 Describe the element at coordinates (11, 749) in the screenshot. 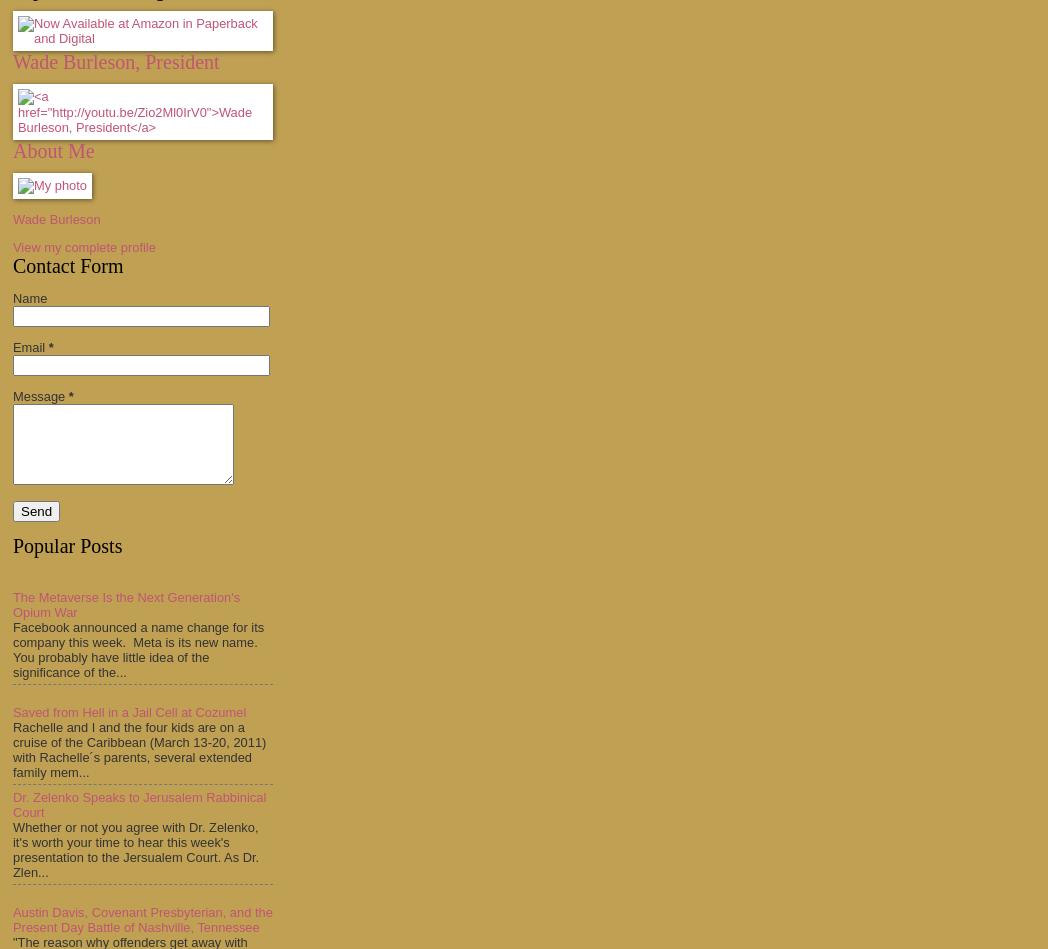

I see `'Rachelle and I and the four kids are on a cruise of the Caribbean (March 13-20, 2011) with Rachelle´s parents, several extended family mem...'` at that location.